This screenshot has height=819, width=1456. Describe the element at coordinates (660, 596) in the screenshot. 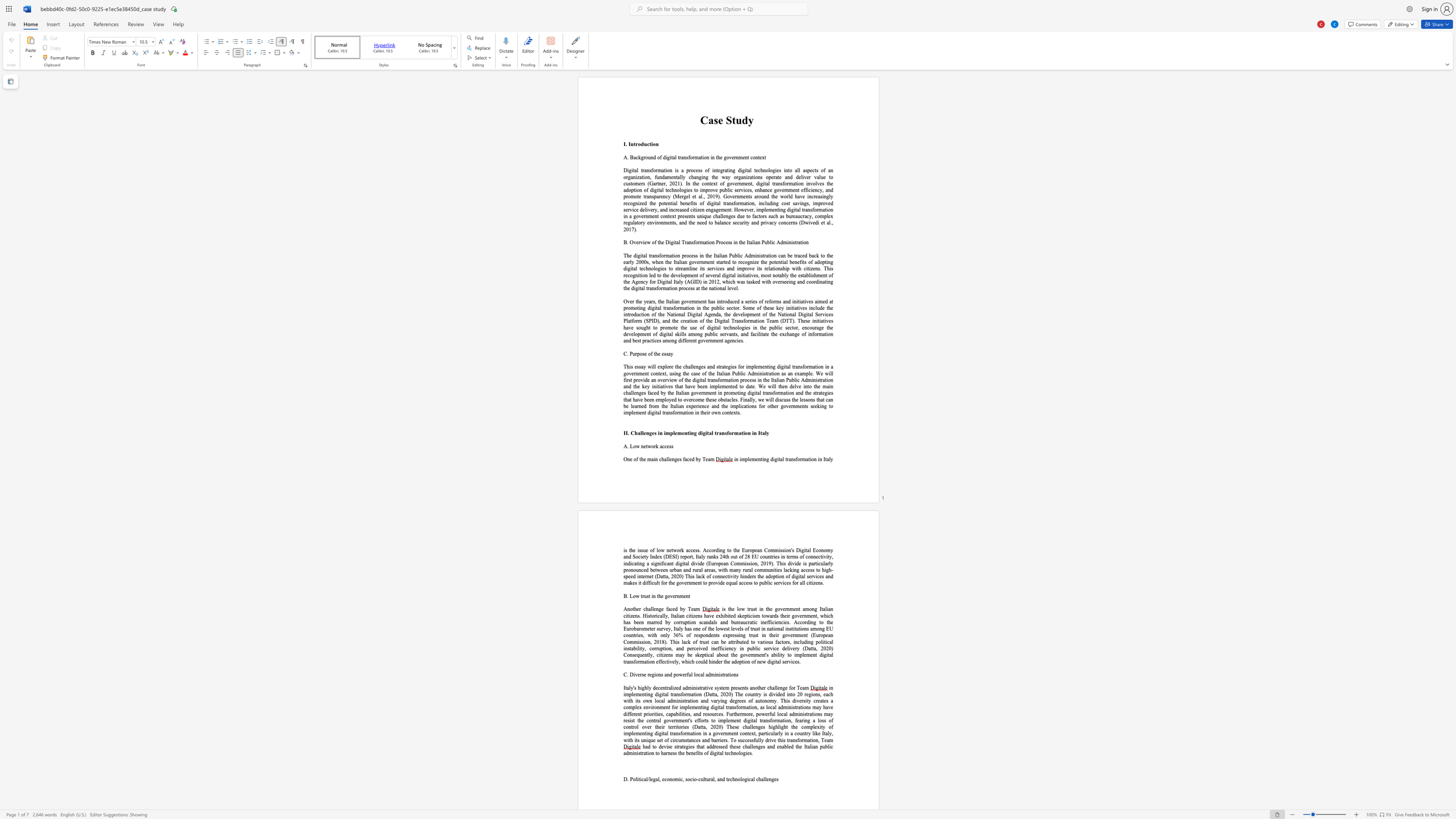

I see `the 1th character "h" in the text` at that location.